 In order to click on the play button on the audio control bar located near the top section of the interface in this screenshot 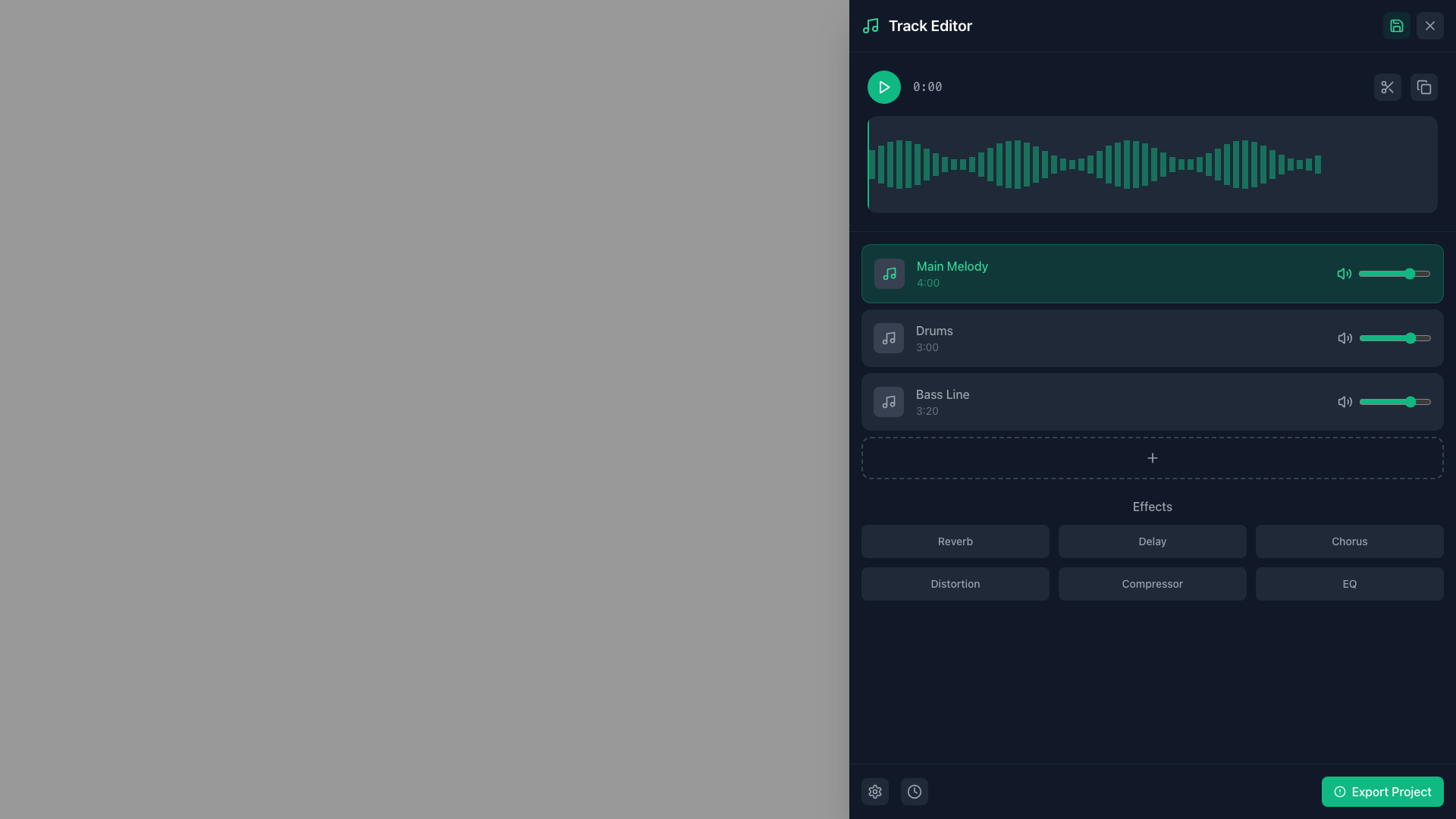, I will do `click(1153, 87)`.